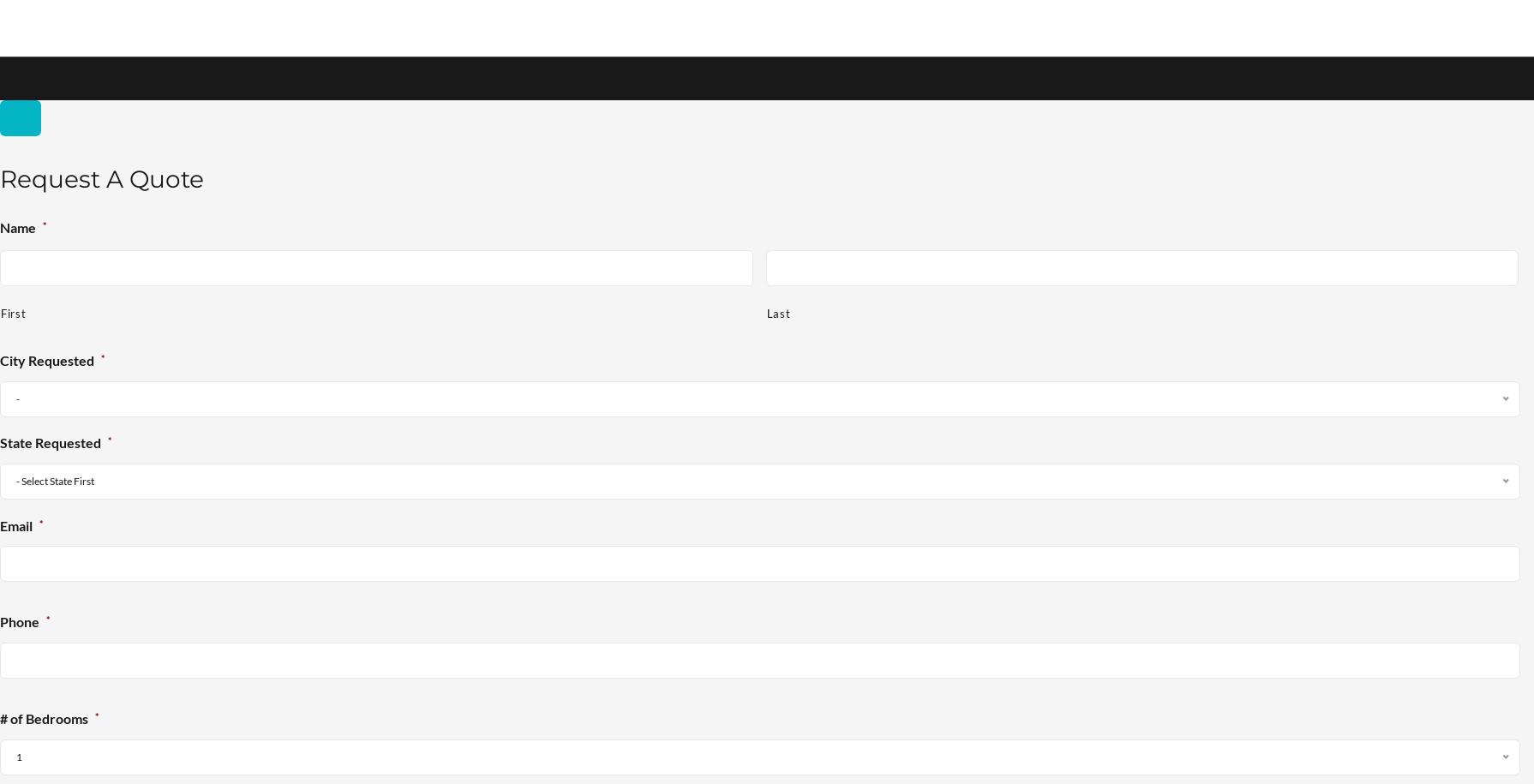  I want to click on 'Request A Quote', so click(0, 178).